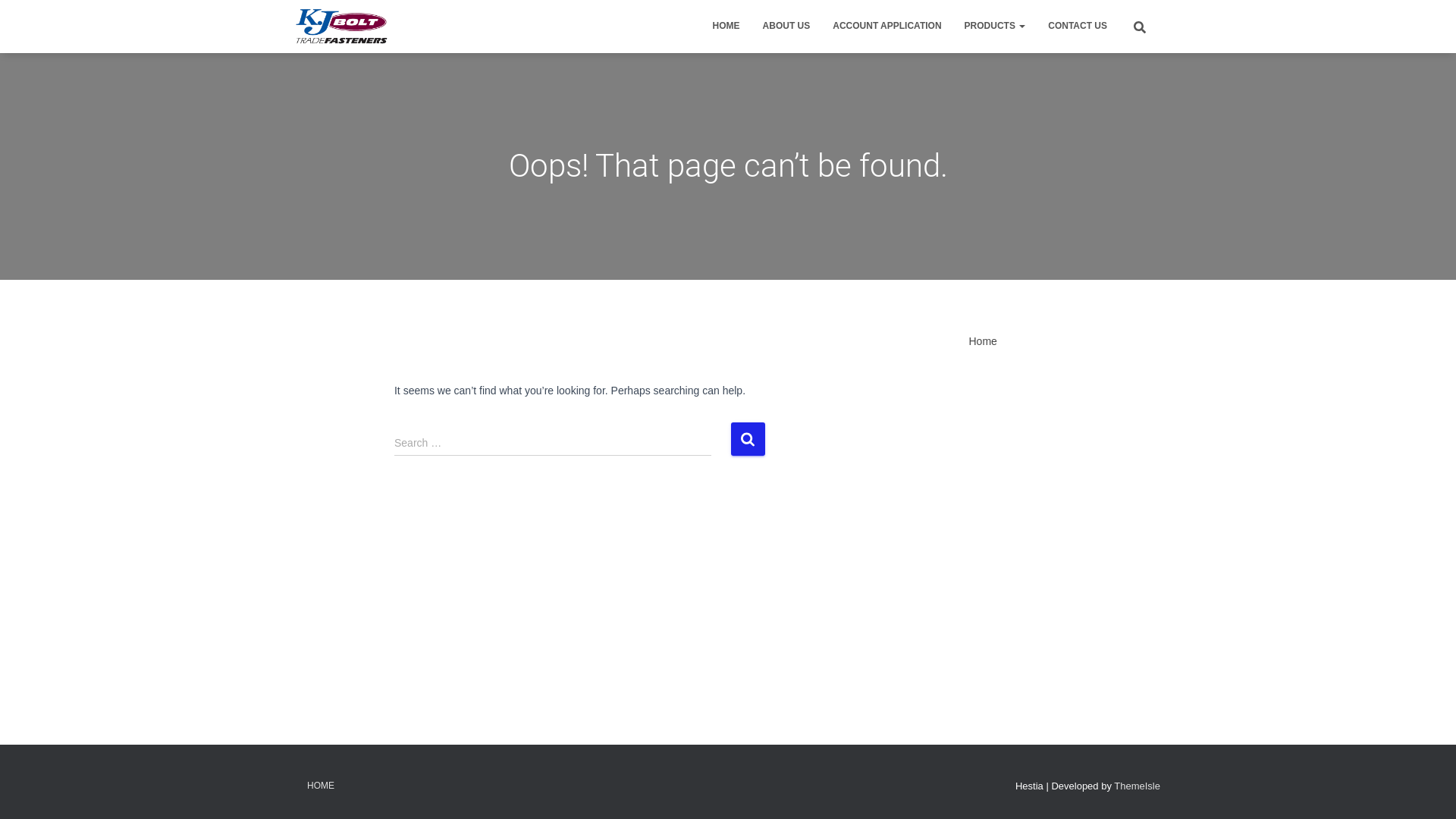 Image resolution: width=1456 pixels, height=819 pixels. What do you see at coordinates (995, 26) in the screenshot?
I see `'PRODUCTS'` at bounding box center [995, 26].